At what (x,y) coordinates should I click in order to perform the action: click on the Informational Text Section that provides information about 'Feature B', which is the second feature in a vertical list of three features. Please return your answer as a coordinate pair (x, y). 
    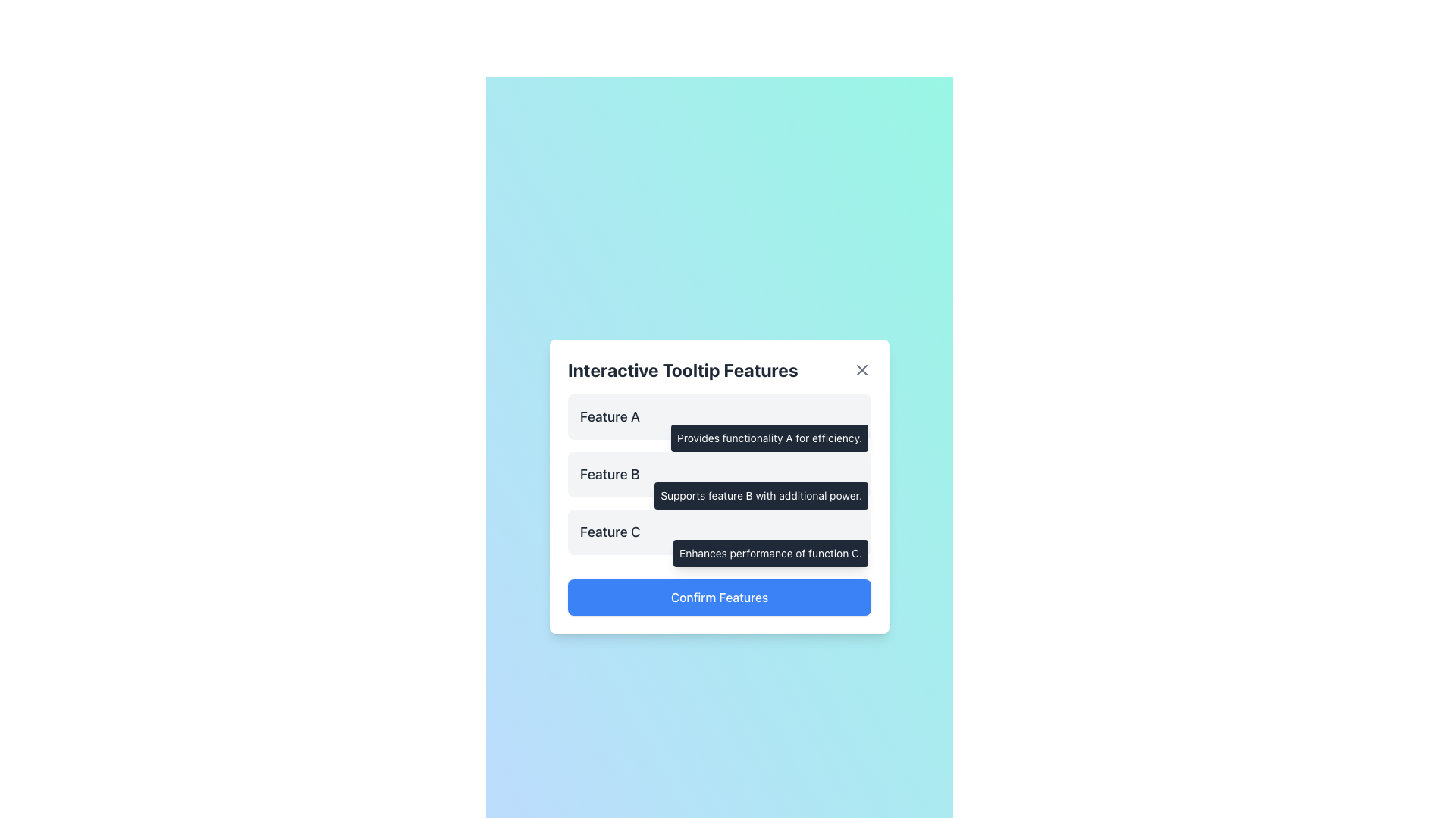
    Looking at the image, I should click on (719, 473).